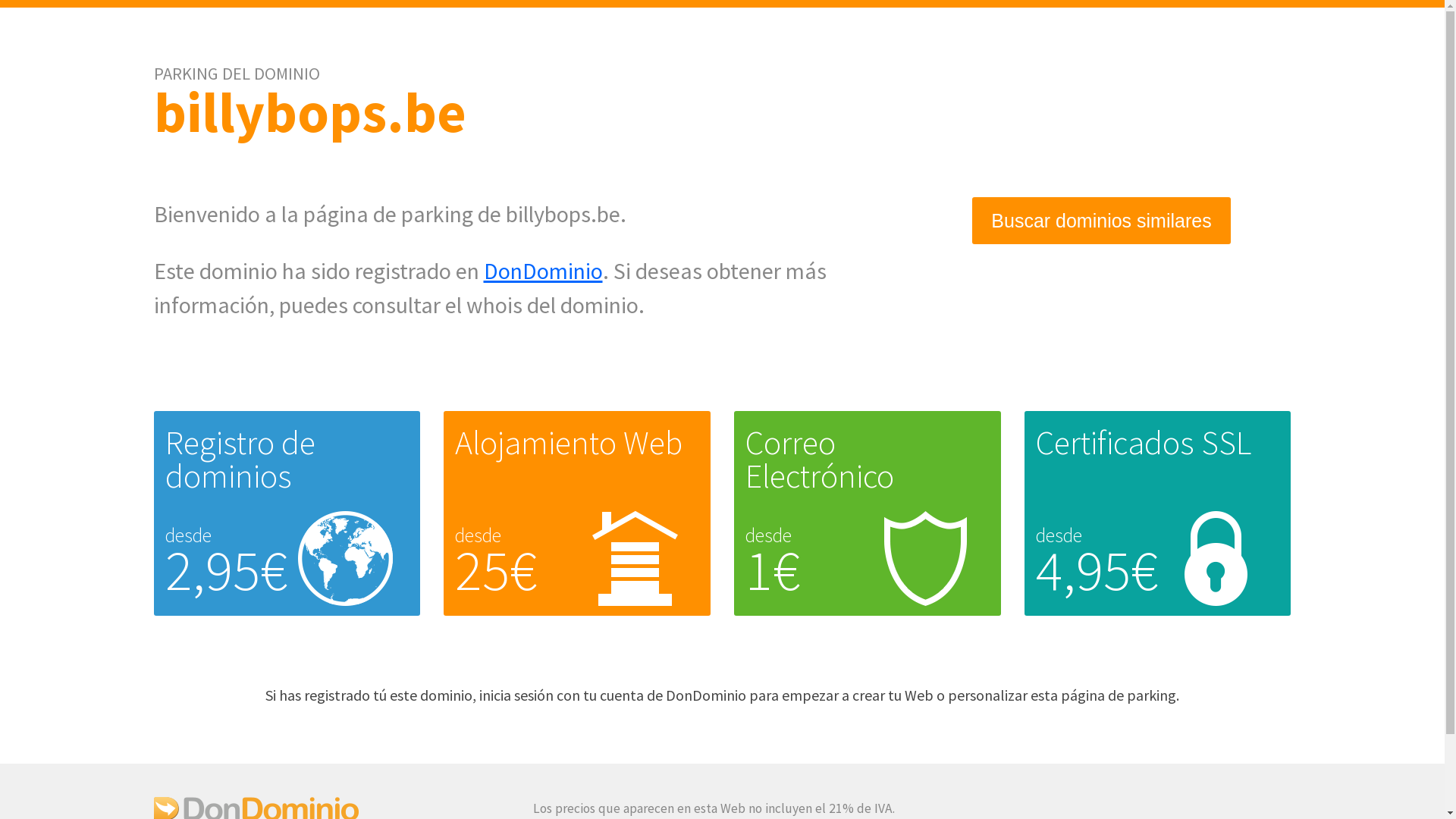 This screenshot has height=819, width=1456. Describe the element at coordinates (1101, 221) in the screenshot. I see `'Buscar dominios similares'` at that location.